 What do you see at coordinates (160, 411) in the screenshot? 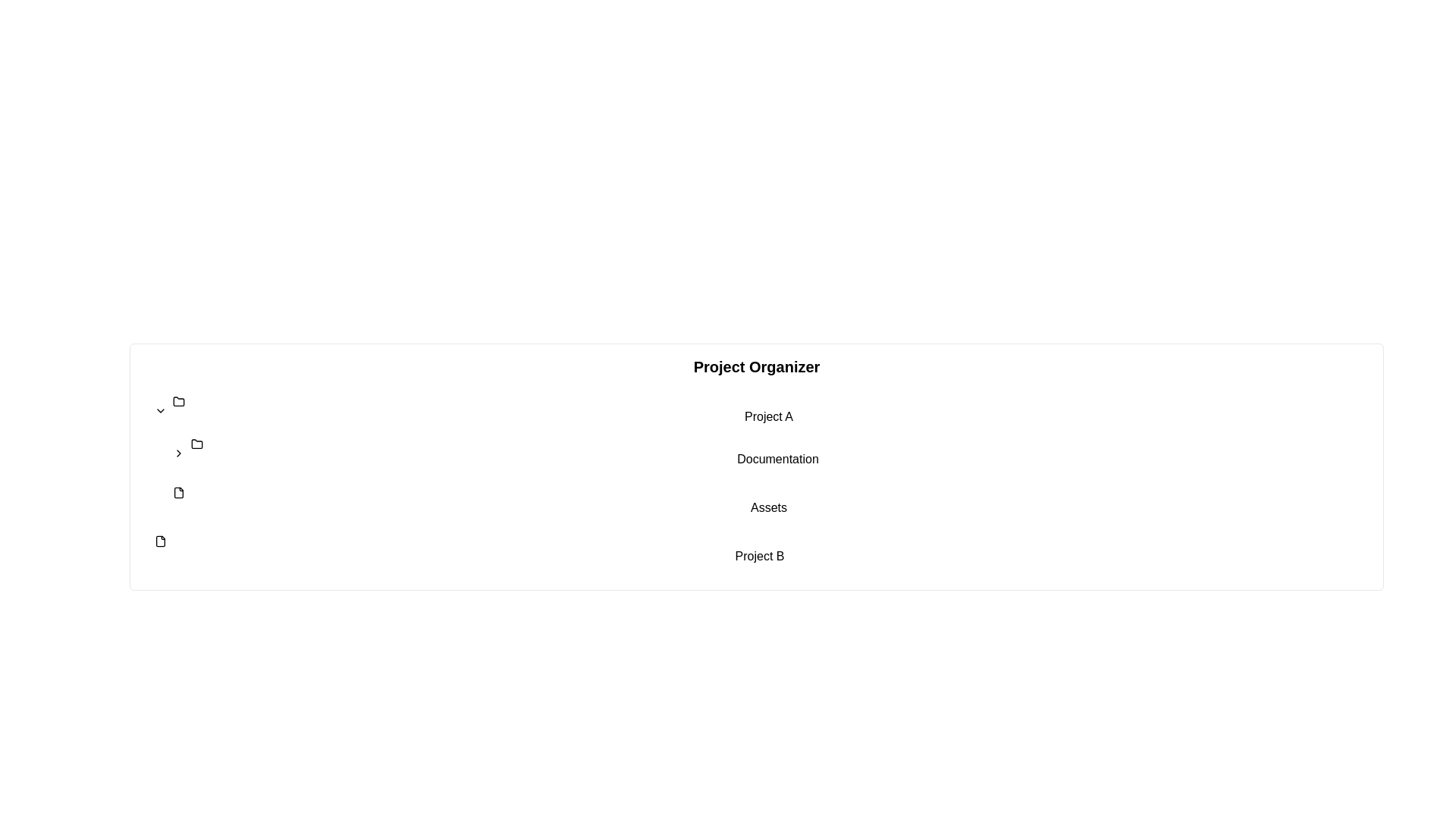
I see `the small downward-facing chevron icon next to the text 'Project A'` at bounding box center [160, 411].